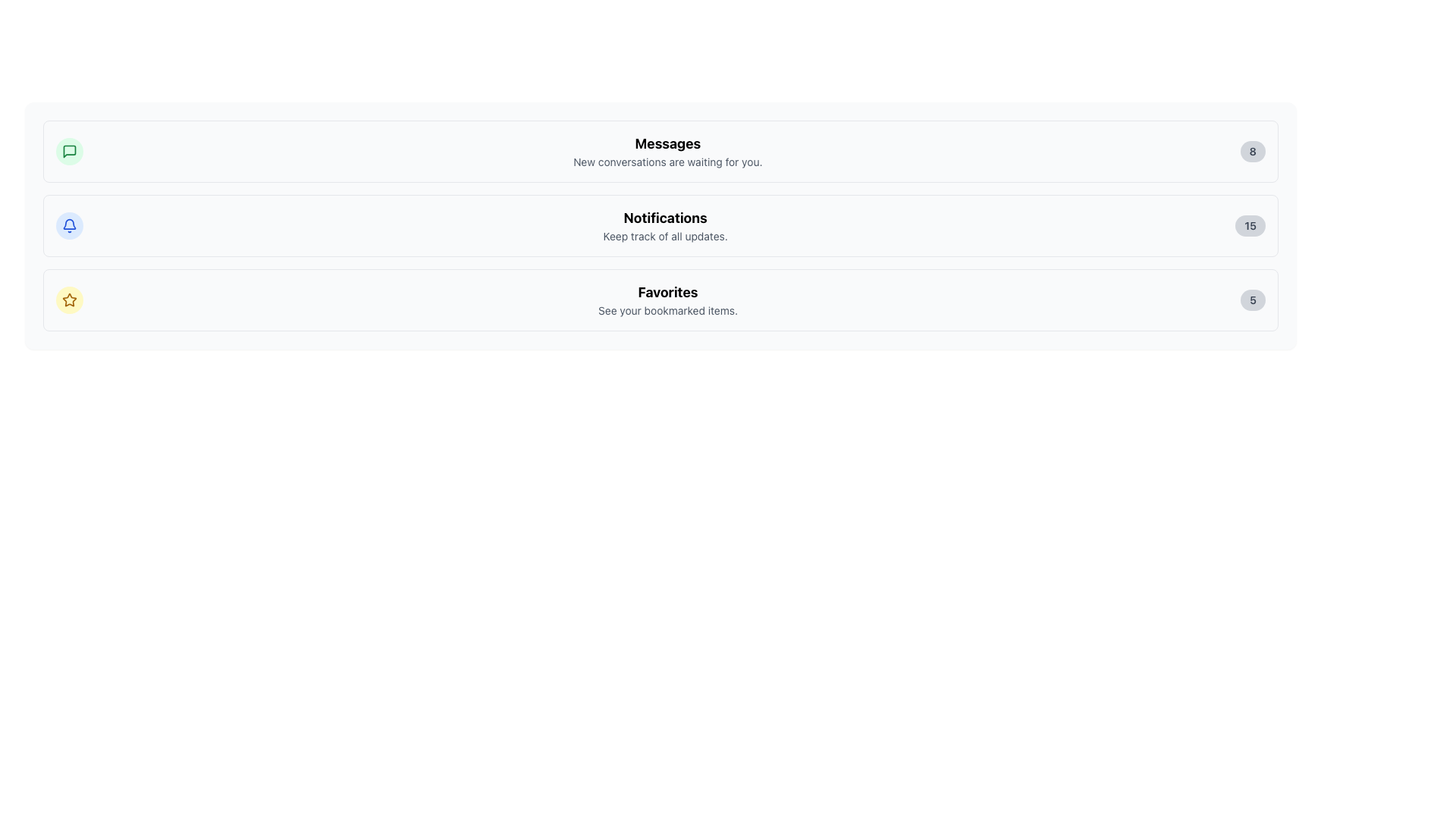 Image resolution: width=1456 pixels, height=819 pixels. Describe the element at coordinates (68, 300) in the screenshot. I see `the star-shaped icon with a yellow border located in the third list item of the vertical menu` at that location.